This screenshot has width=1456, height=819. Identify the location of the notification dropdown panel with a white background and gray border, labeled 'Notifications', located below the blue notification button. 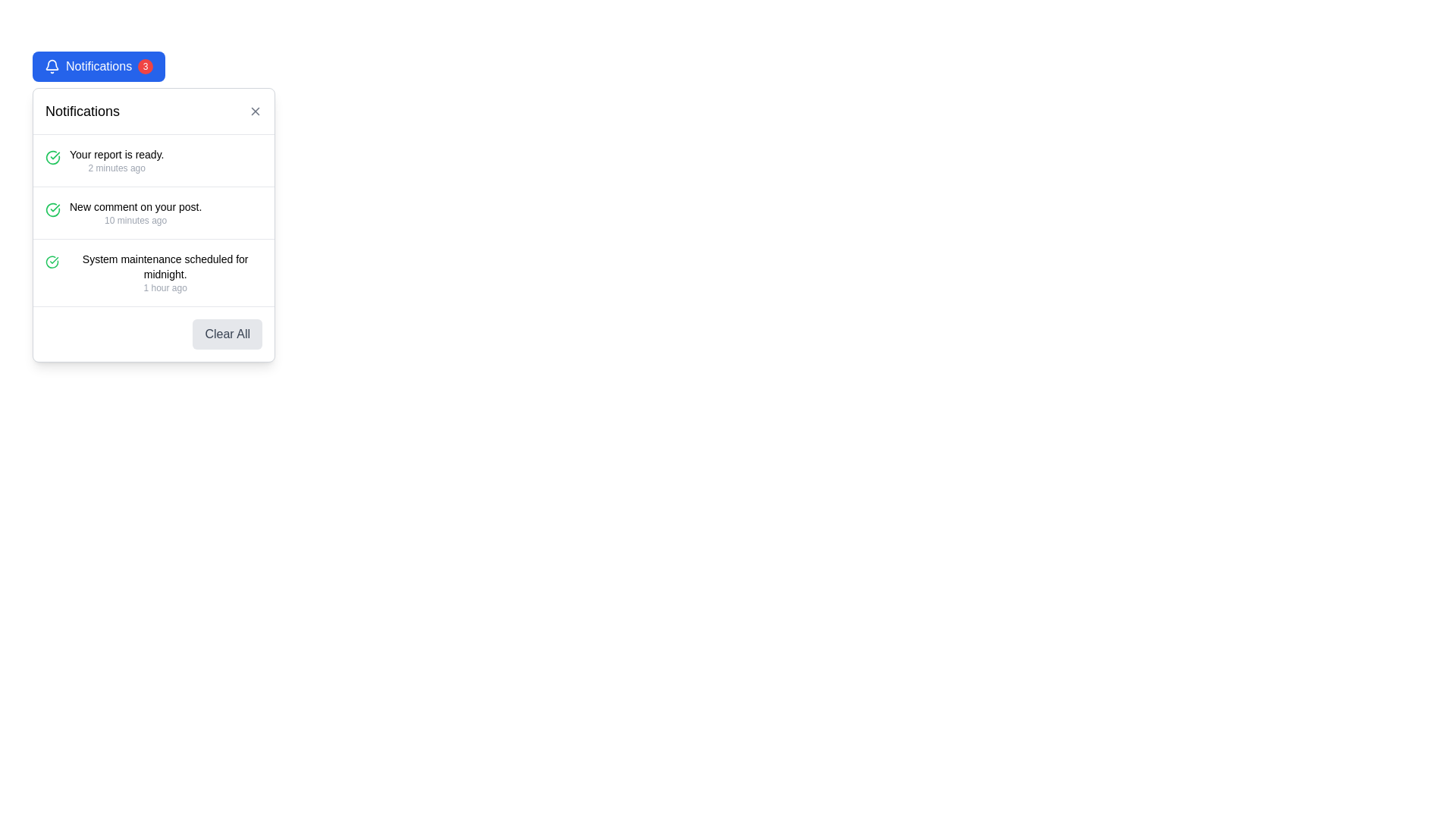
(153, 225).